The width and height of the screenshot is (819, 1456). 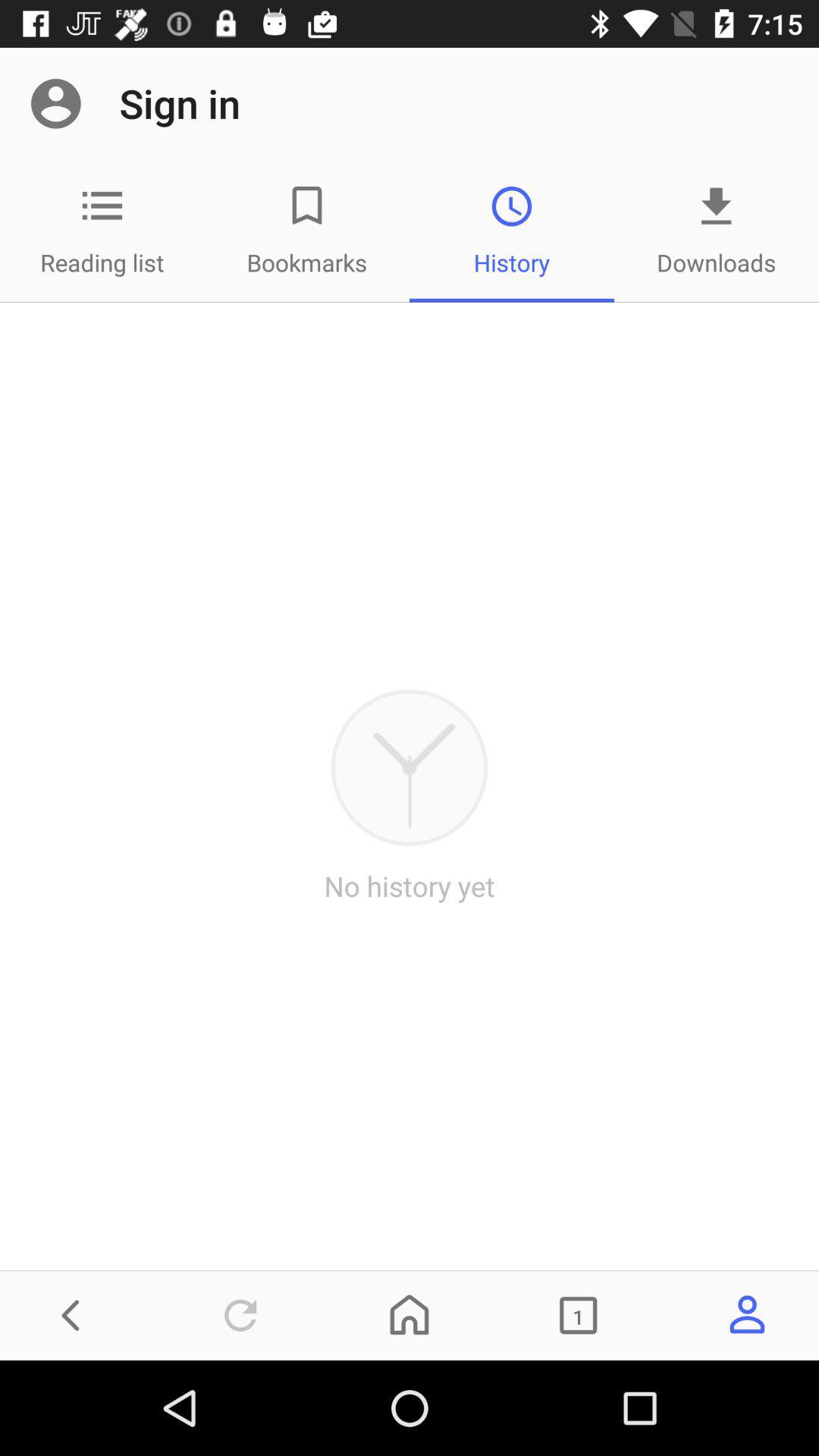 What do you see at coordinates (409, 1314) in the screenshot?
I see `the home button at the bottom center of the page` at bounding box center [409, 1314].